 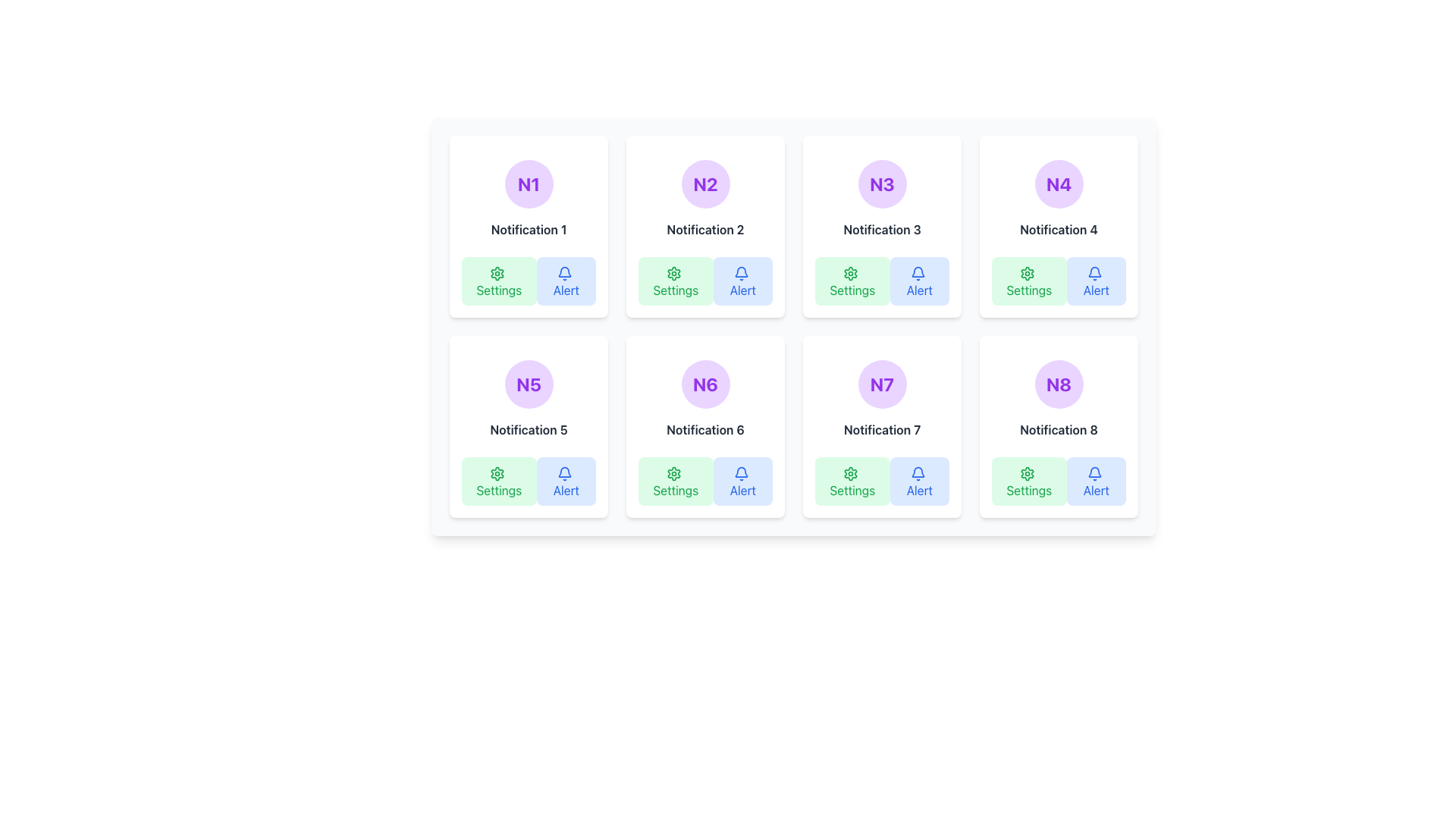 What do you see at coordinates (497, 273) in the screenshot?
I see `the gear icon styled with a green outline located inside the 'Settings' button, which is positioned to the left of the 'Settings' text` at bounding box center [497, 273].